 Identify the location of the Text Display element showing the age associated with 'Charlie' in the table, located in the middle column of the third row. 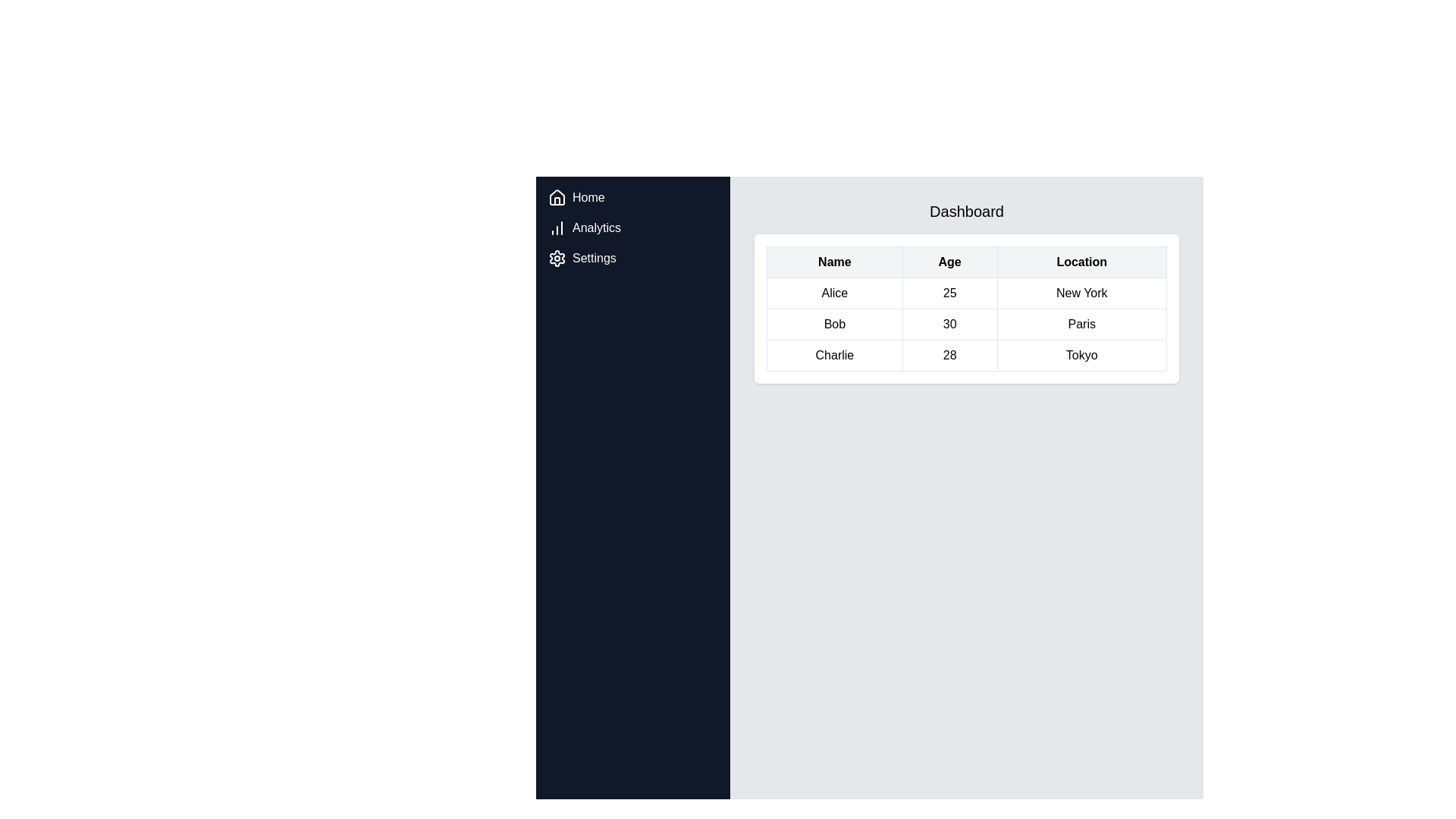
(949, 356).